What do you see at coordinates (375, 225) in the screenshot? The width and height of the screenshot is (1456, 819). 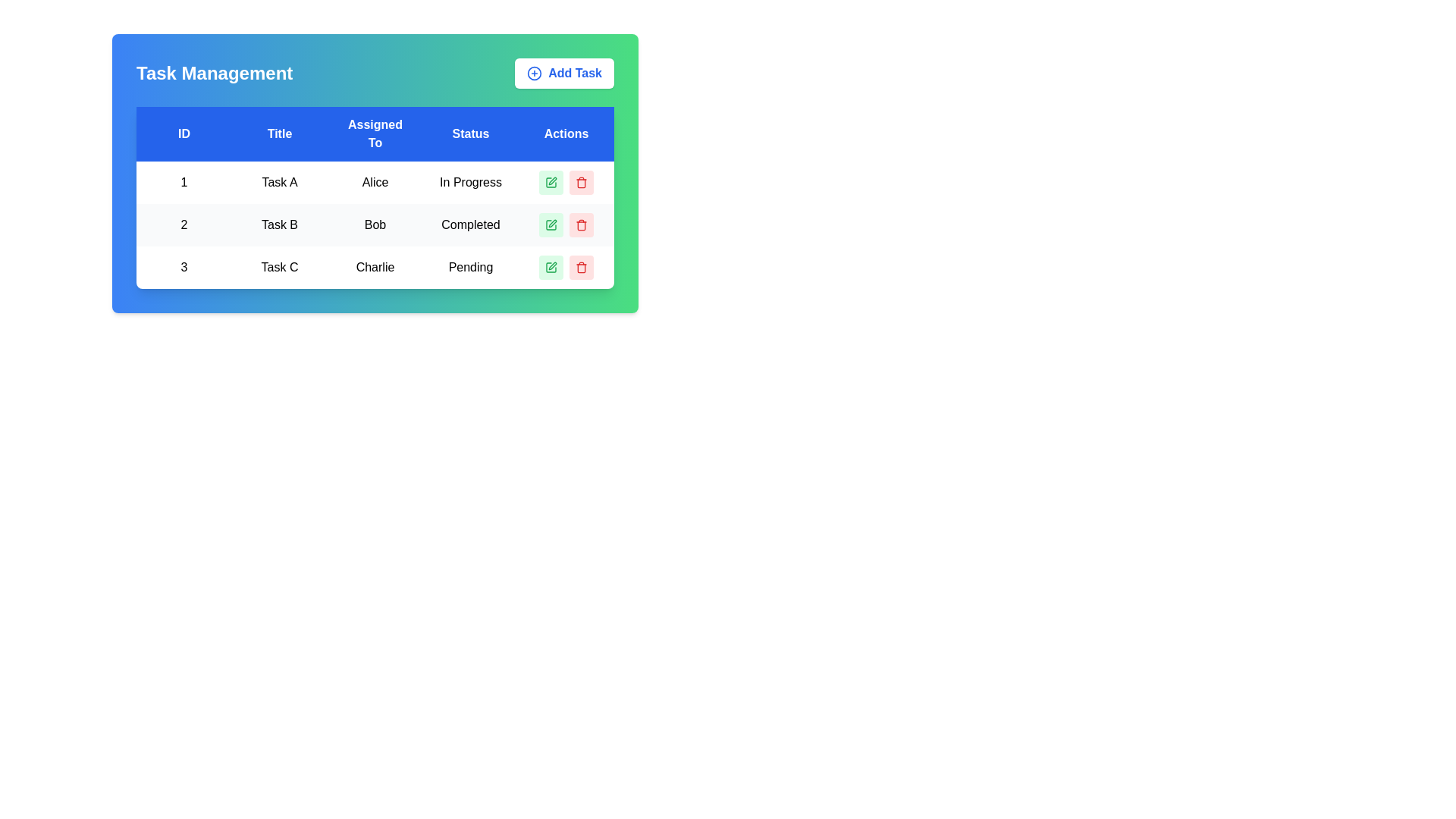 I see `the text label displaying the name 'Bob' in the third column of the second row in the 'Assigned To' section of the table within the 'Task Management' interface` at bounding box center [375, 225].